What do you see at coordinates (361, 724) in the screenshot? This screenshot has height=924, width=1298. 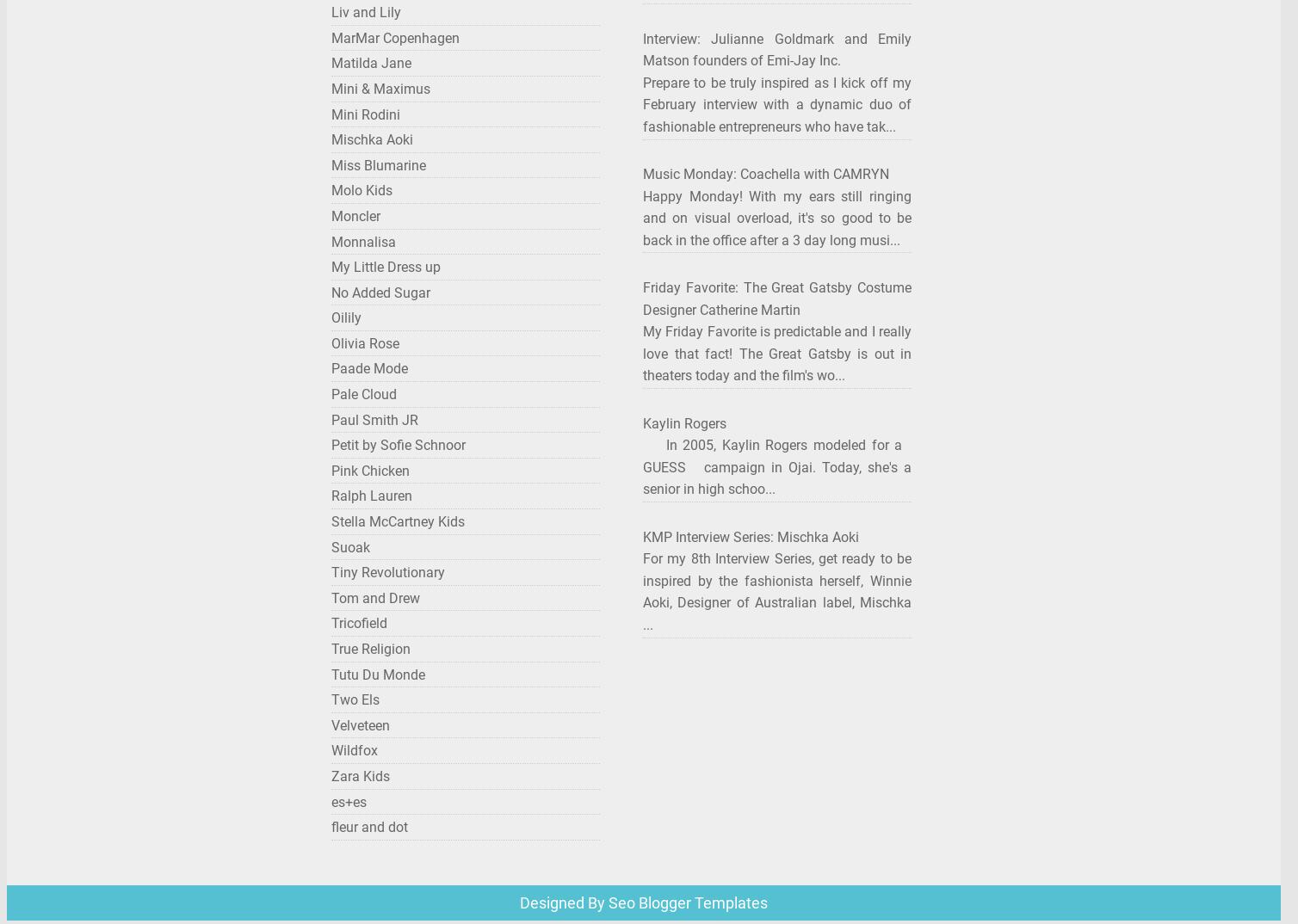 I see `'Velveteen'` at bounding box center [361, 724].